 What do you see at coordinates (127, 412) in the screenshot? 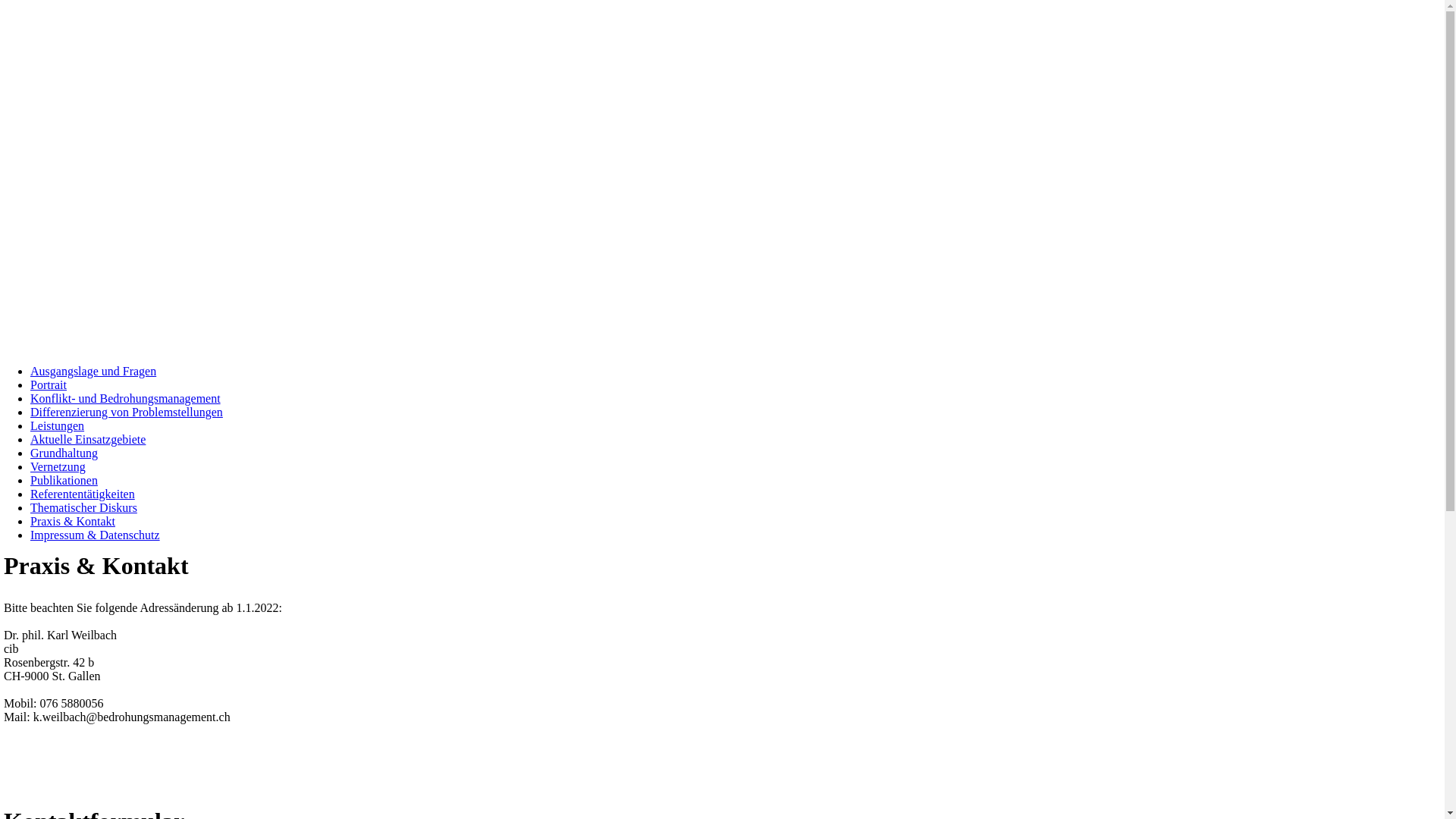
I see `'Differenzierung von Problemstellungen'` at bounding box center [127, 412].